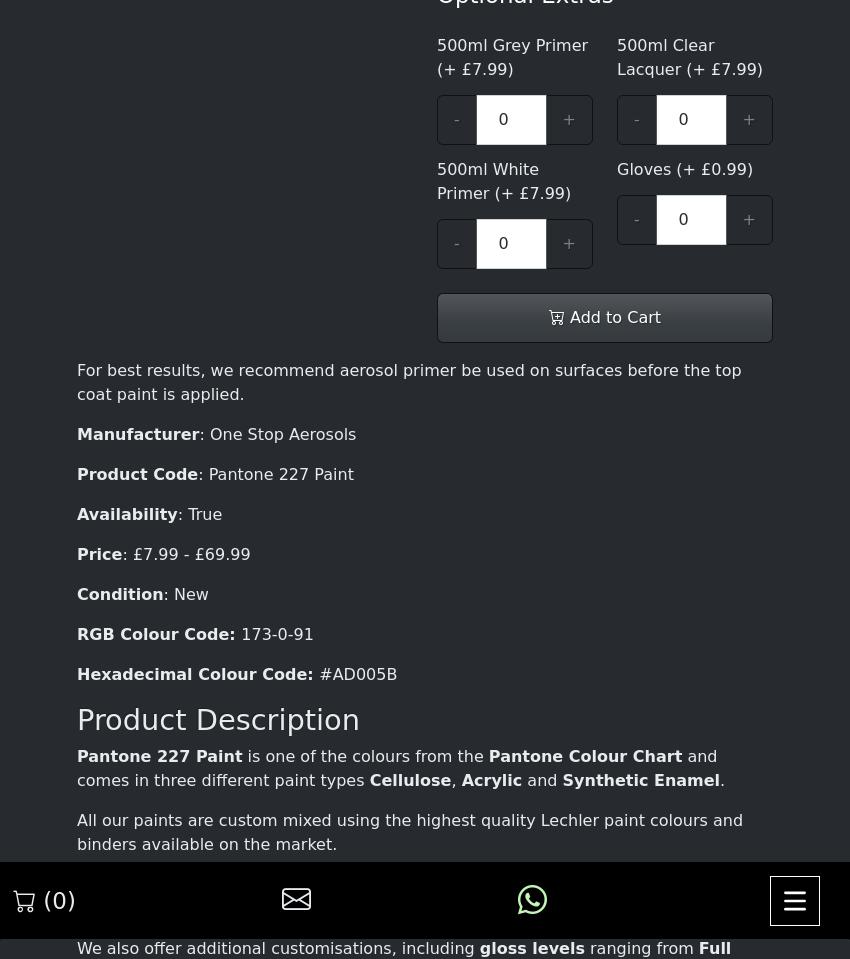 This screenshot has height=959, width=850. What do you see at coordinates (423, 52) in the screenshot?
I see `'Pantone 227 Paint aerosol cans, litre tins and touch up and repair pots/pens'` at bounding box center [423, 52].